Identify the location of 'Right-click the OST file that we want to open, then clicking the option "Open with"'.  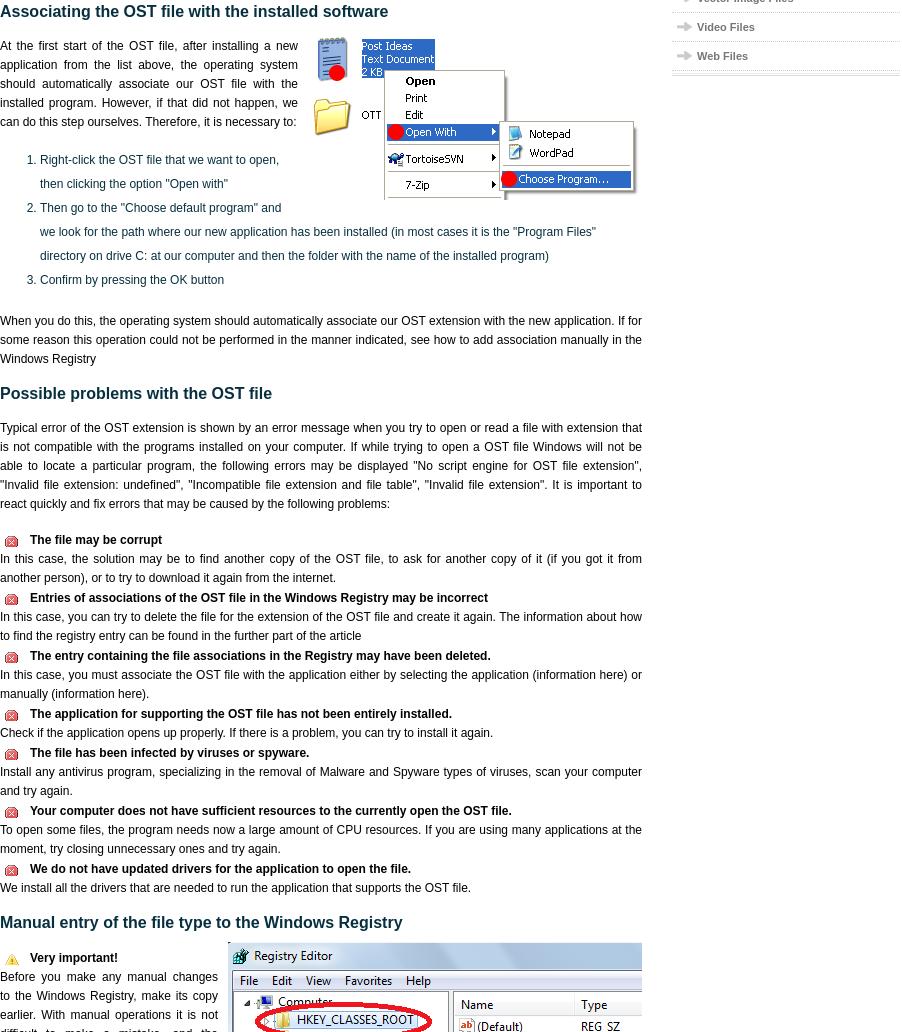
(158, 171).